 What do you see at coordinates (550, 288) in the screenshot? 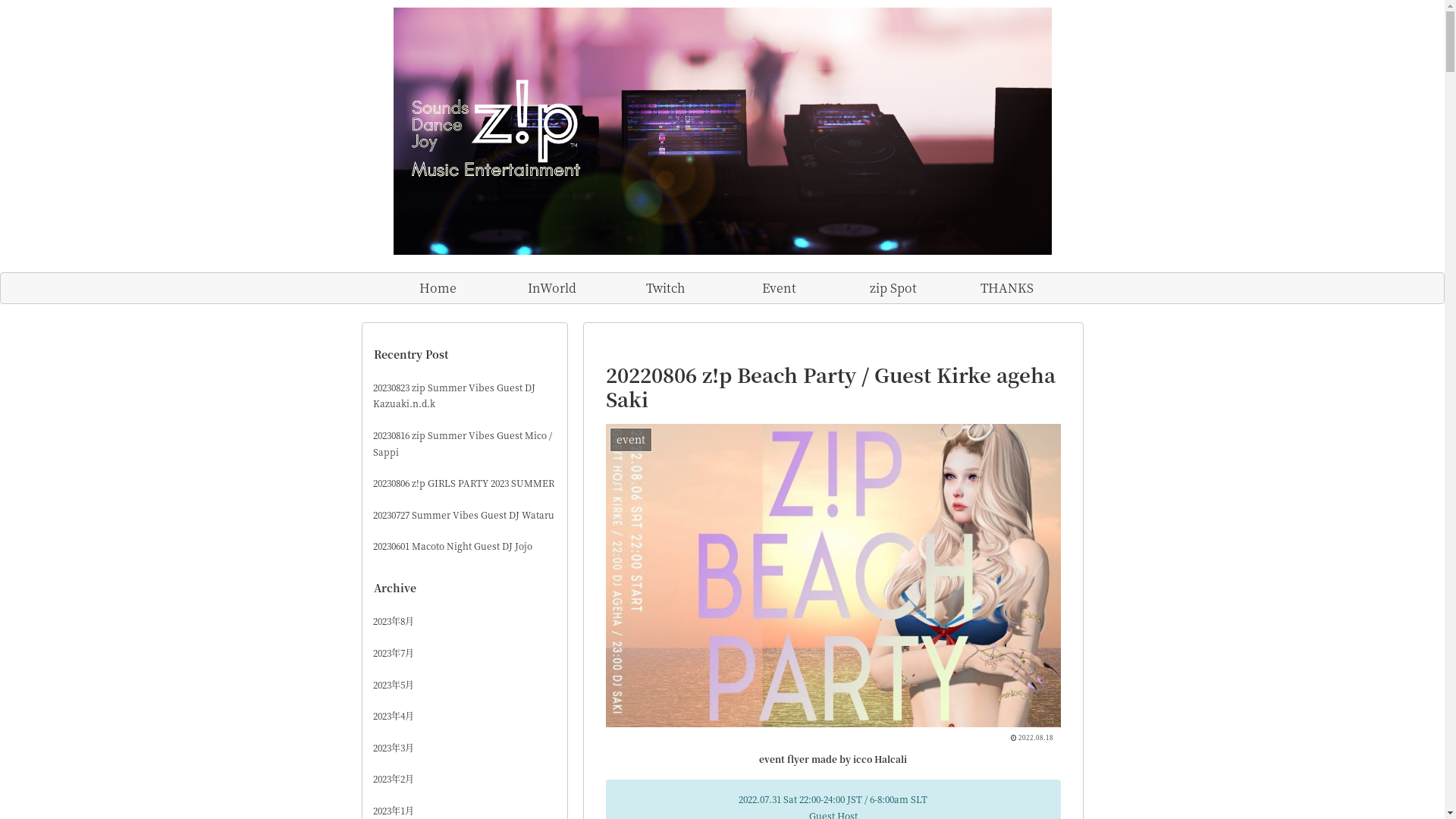
I see `'InWorld'` at bounding box center [550, 288].